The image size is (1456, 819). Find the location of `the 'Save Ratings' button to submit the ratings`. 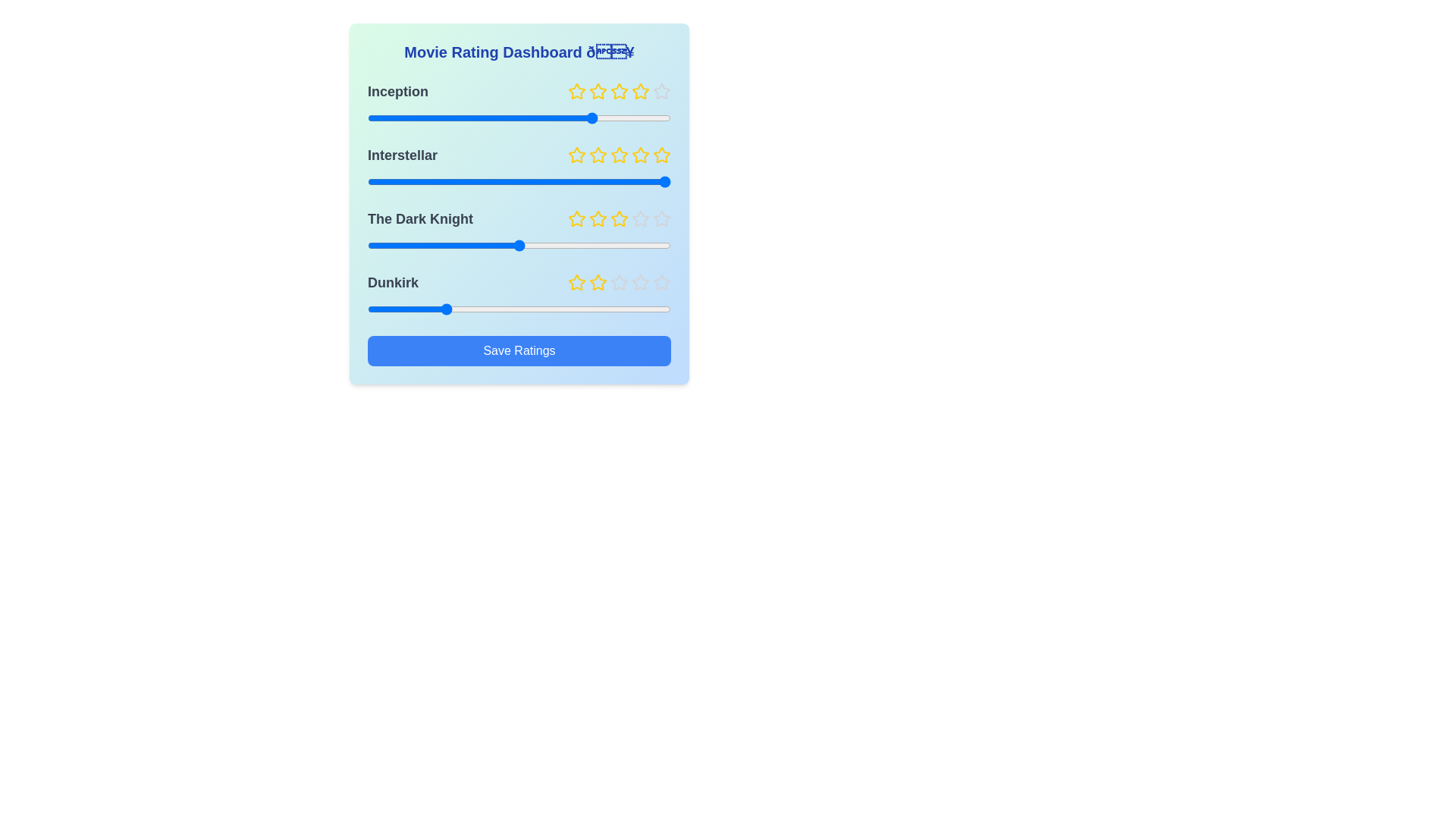

the 'Save Ratings' button to submit the ratings is located at coordinates (519, 350).